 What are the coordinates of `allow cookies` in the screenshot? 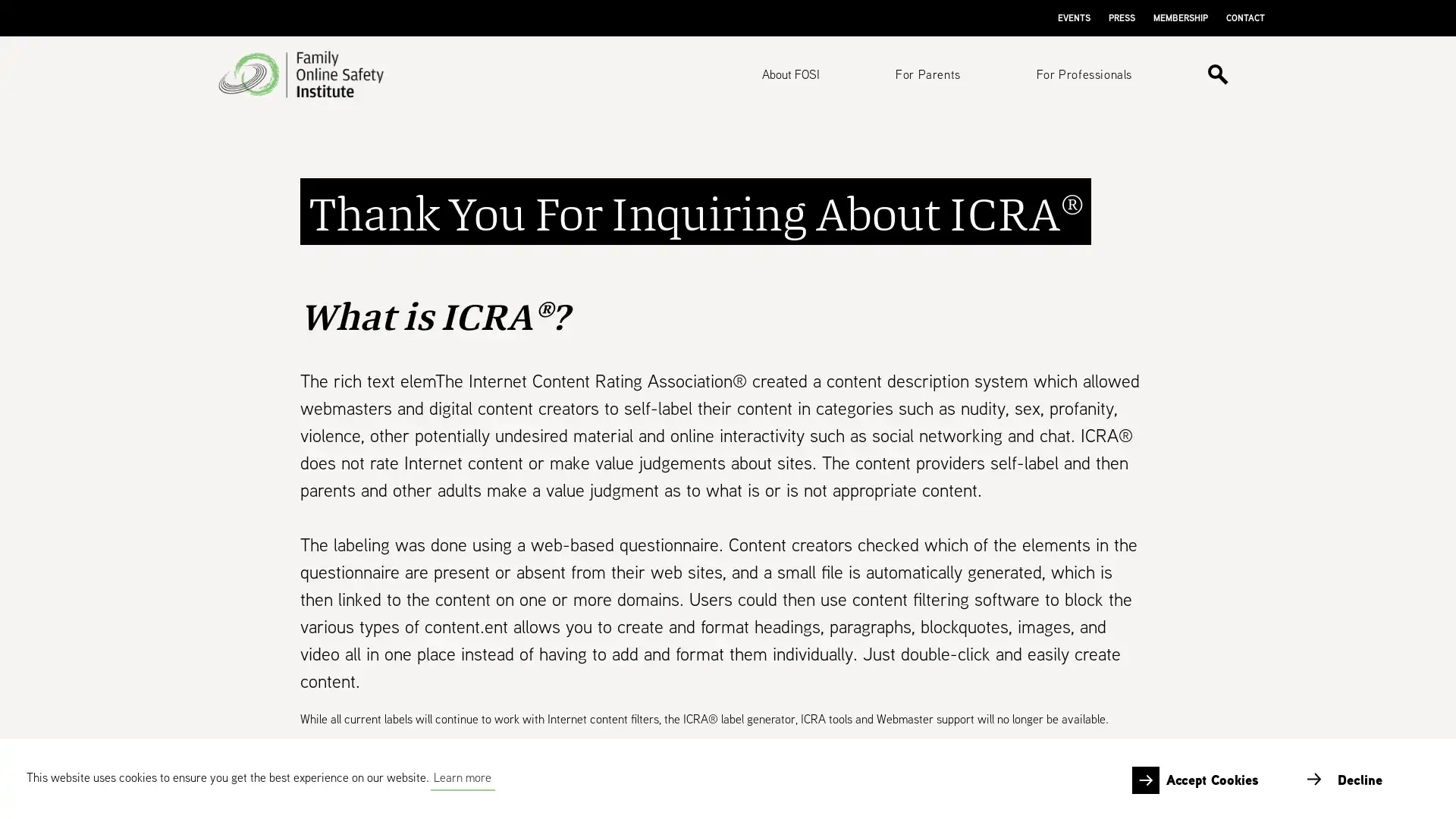 It's located at (1194, 778).